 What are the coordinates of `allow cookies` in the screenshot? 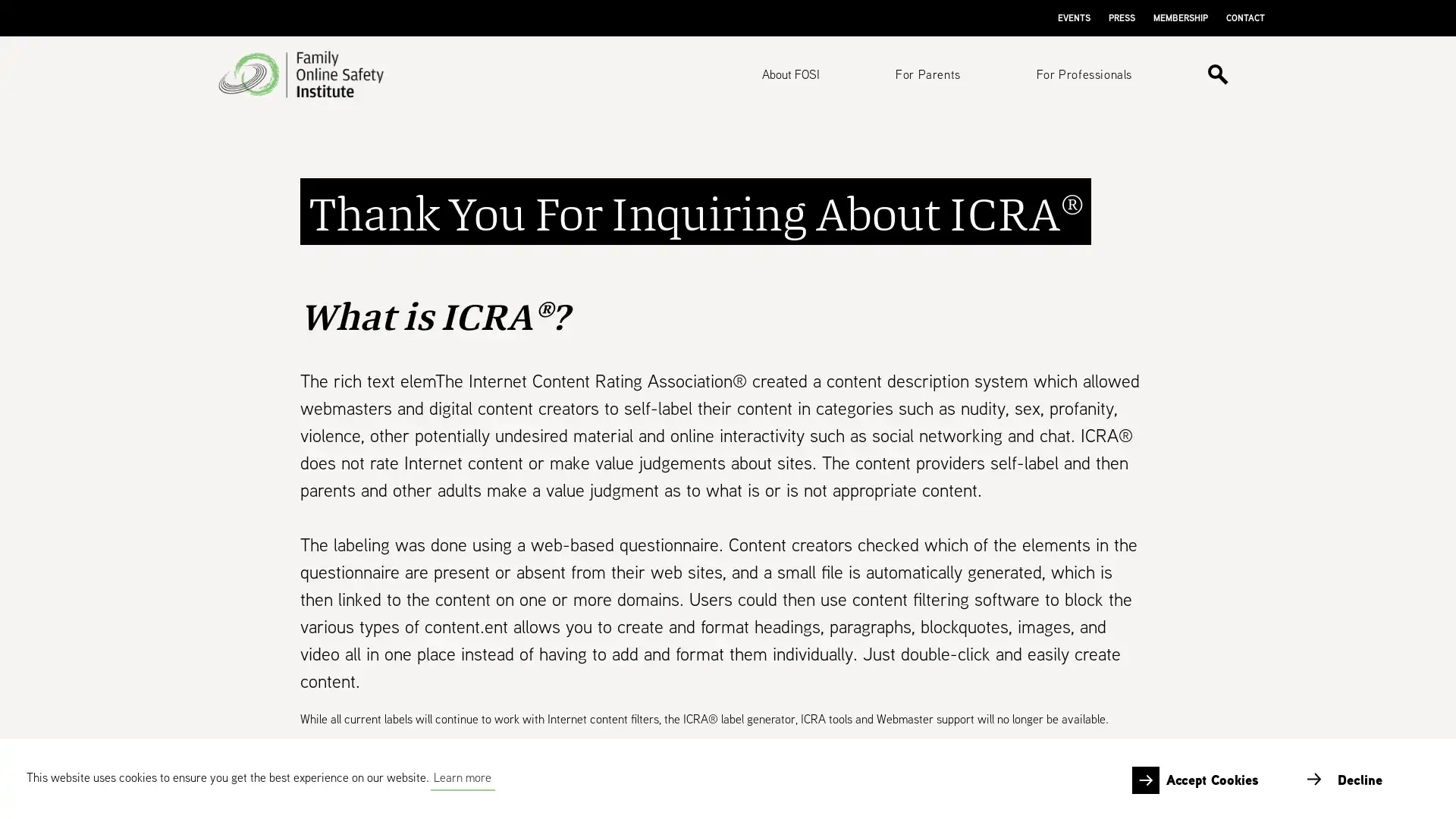 It's located at (1194, 778).